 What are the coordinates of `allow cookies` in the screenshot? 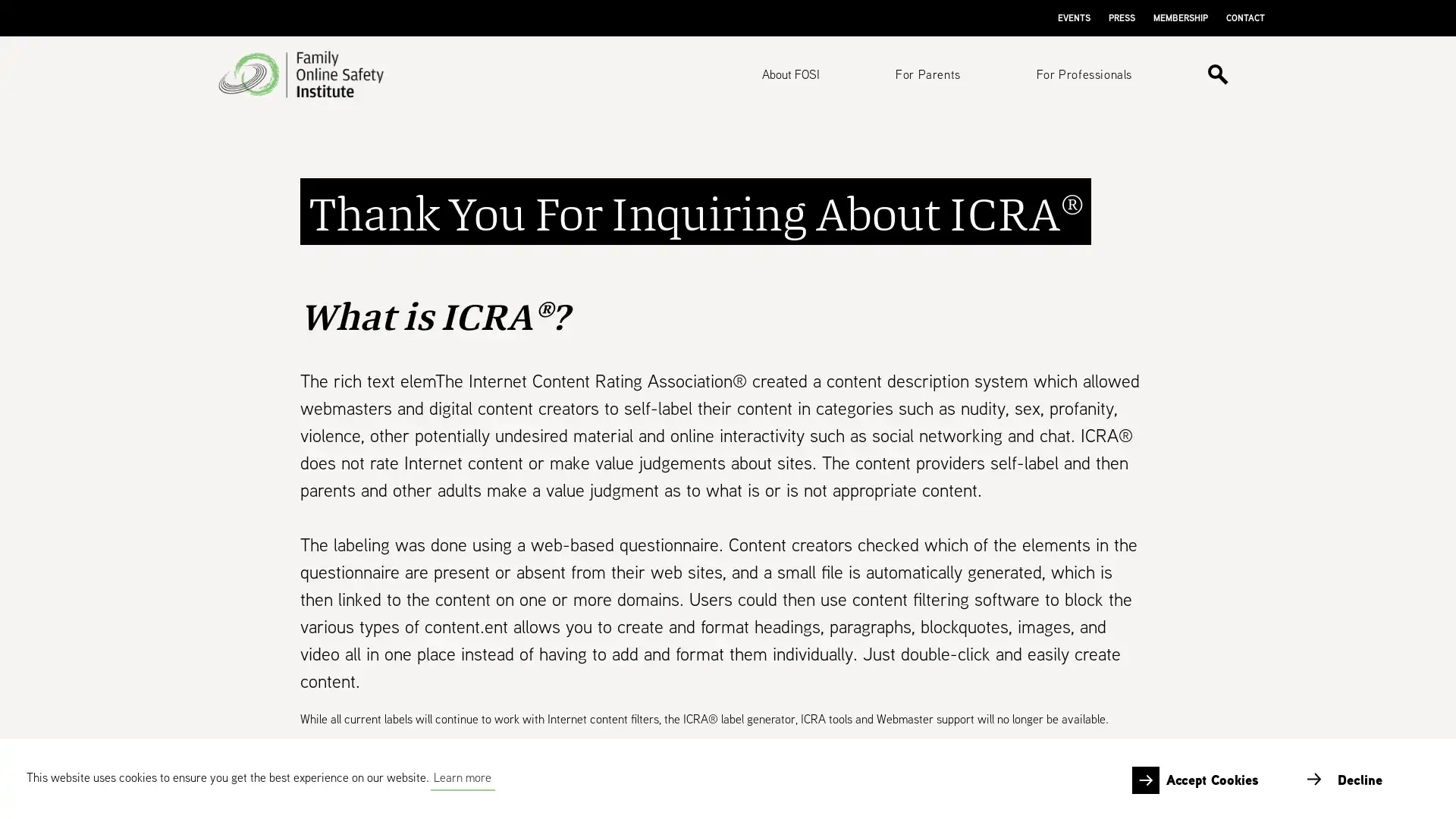 It's located at (1194, 778).